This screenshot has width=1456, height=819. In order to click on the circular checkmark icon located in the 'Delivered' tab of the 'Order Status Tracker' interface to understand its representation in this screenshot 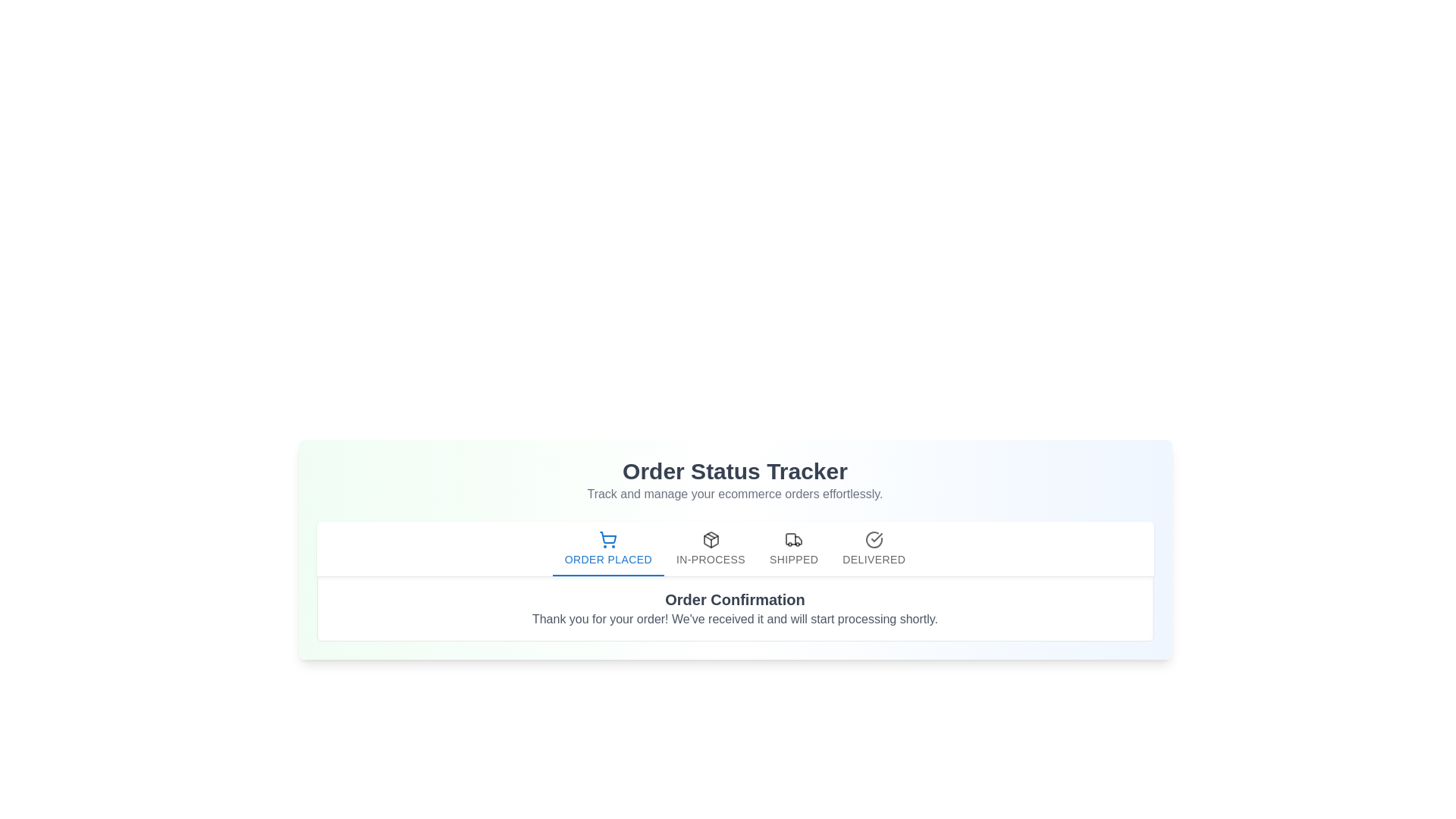, I will do `click(874, 539)`.